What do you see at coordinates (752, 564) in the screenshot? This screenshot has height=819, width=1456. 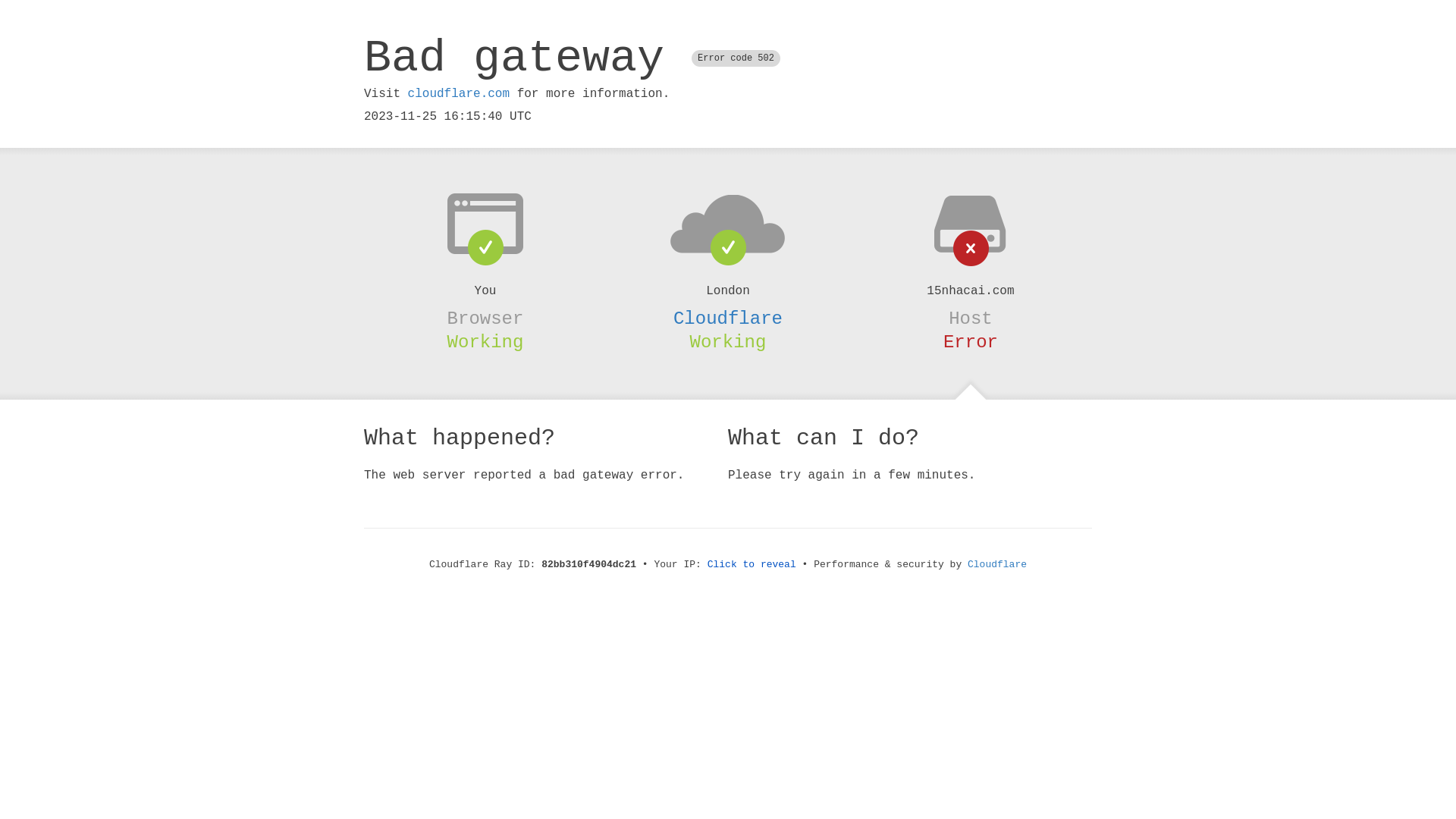 I see `'Click to reveal'` at bounding box center [752, 564].